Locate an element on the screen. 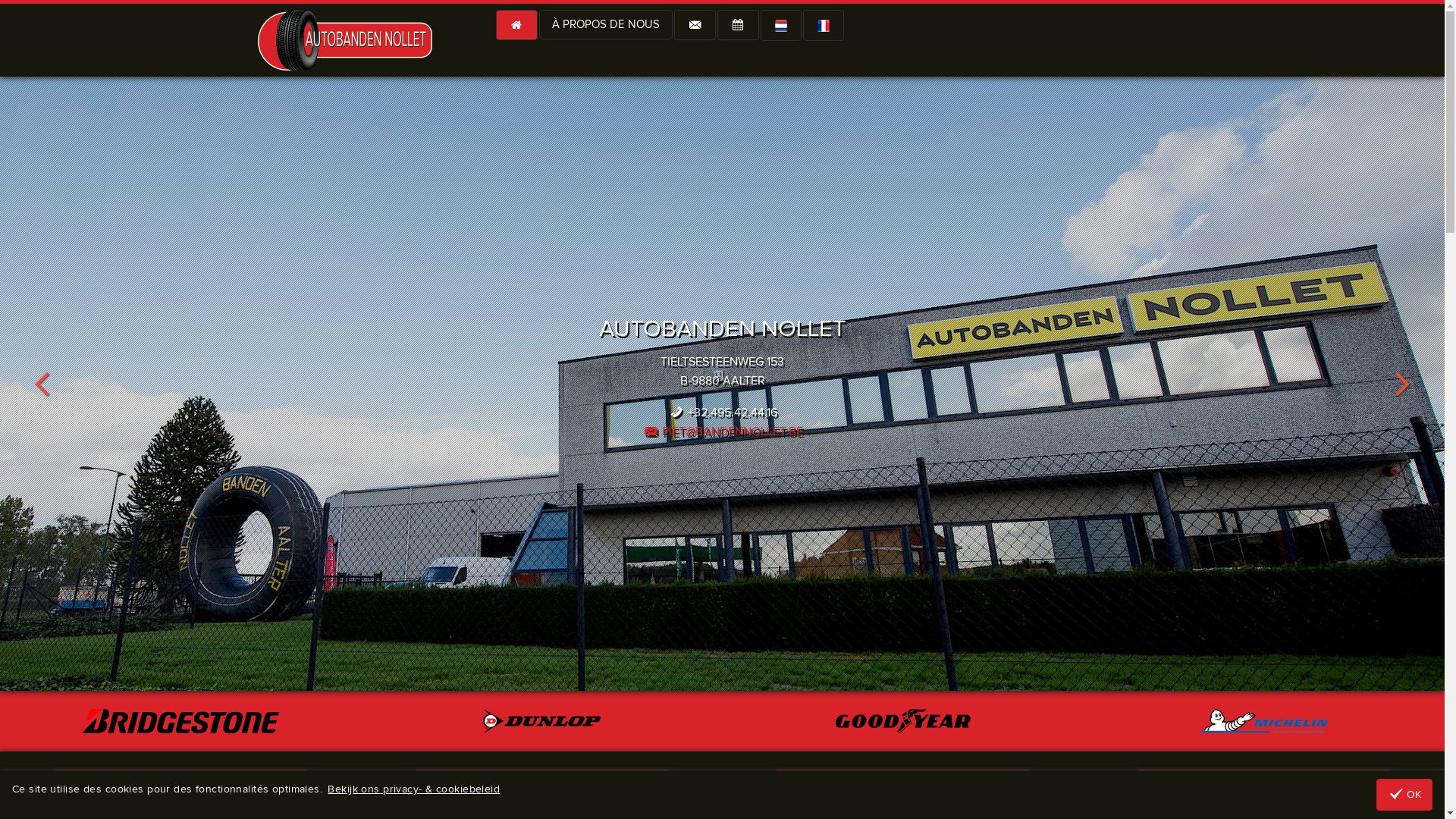 This screenshot has width=1456, height=819. 'volgende slide' is located at coordinates (1401, 382).